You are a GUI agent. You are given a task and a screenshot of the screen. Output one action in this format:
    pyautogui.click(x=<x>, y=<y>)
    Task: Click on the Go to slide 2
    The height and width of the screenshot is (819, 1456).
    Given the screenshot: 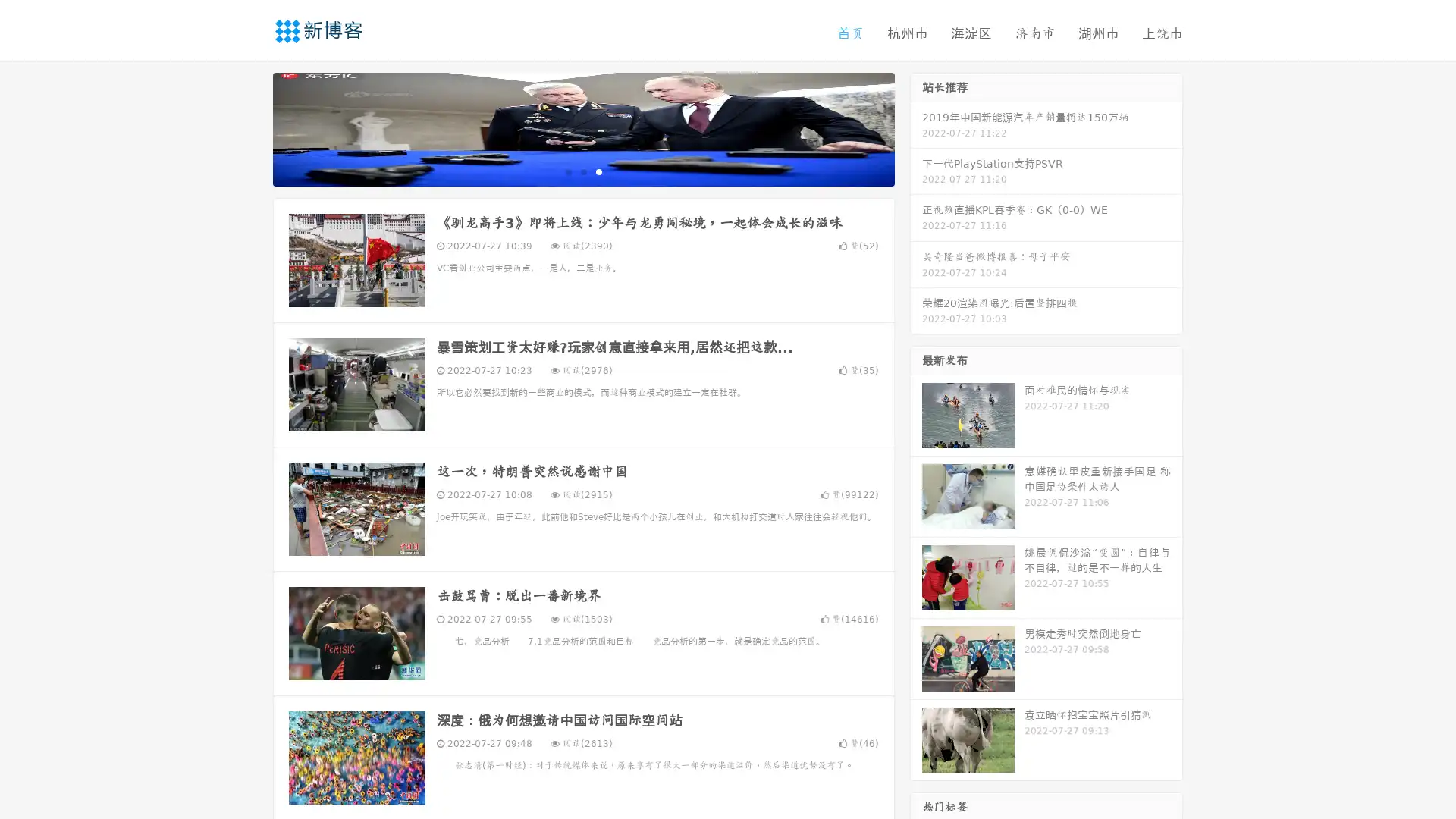 What is the action you would take?
    pyautogui.click(x=582, y=171)
    